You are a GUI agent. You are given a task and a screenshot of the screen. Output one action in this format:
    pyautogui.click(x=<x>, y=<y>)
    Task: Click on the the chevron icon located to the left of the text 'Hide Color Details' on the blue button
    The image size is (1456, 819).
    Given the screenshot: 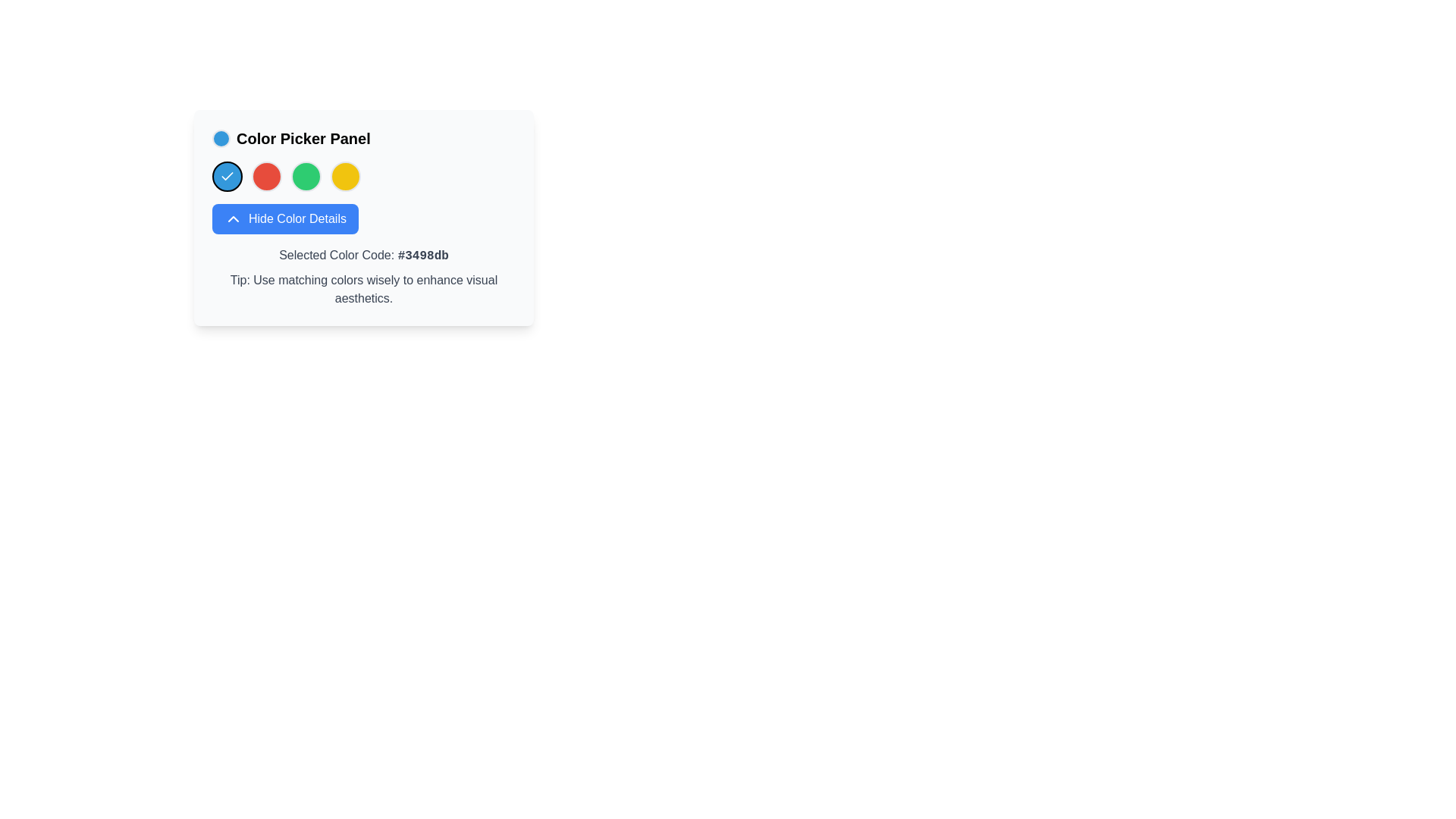 What is the action you would take?
    pyautogui.click(x=232, y=219)
    